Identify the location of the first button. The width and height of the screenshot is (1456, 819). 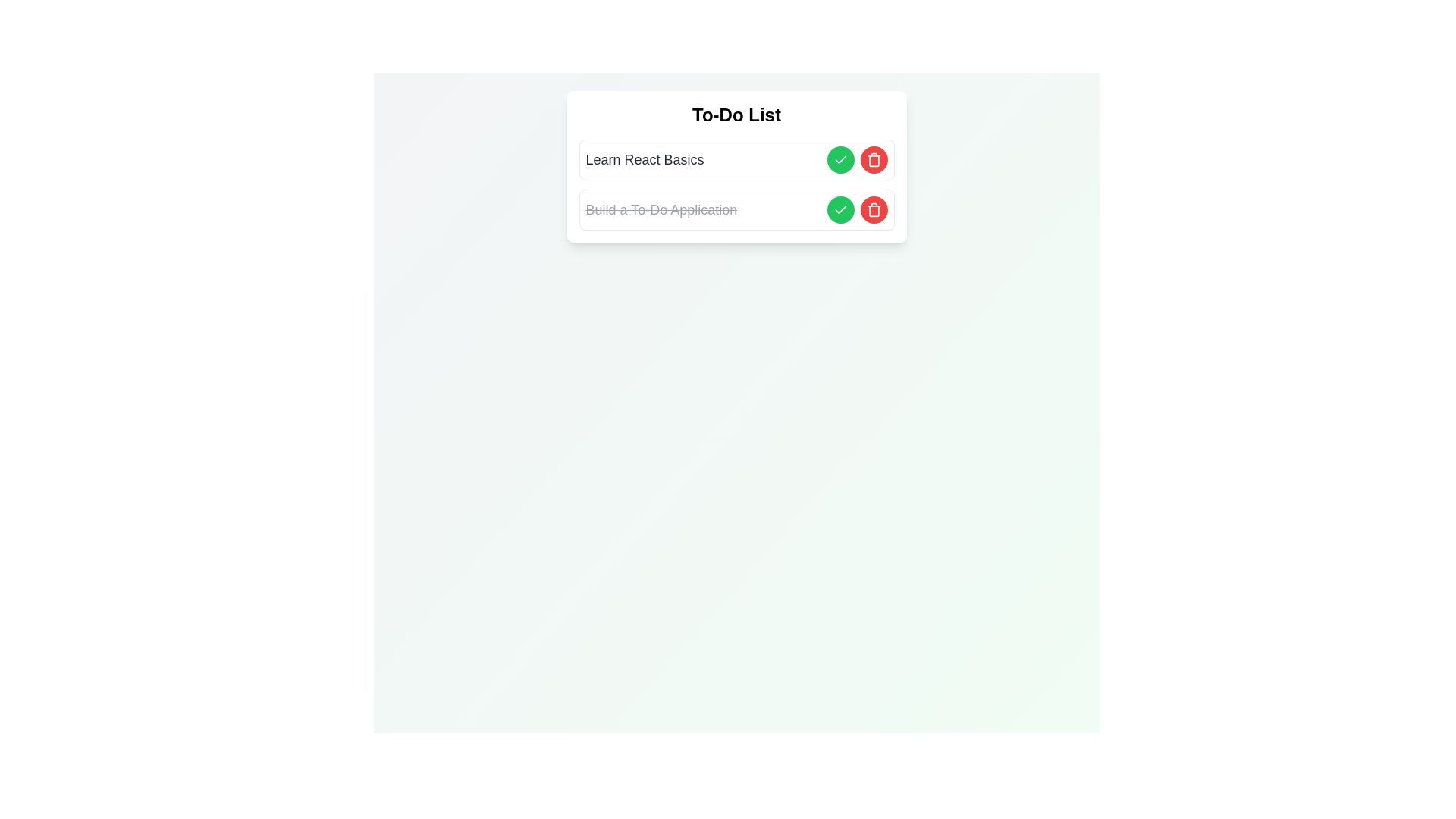
(839, 160).